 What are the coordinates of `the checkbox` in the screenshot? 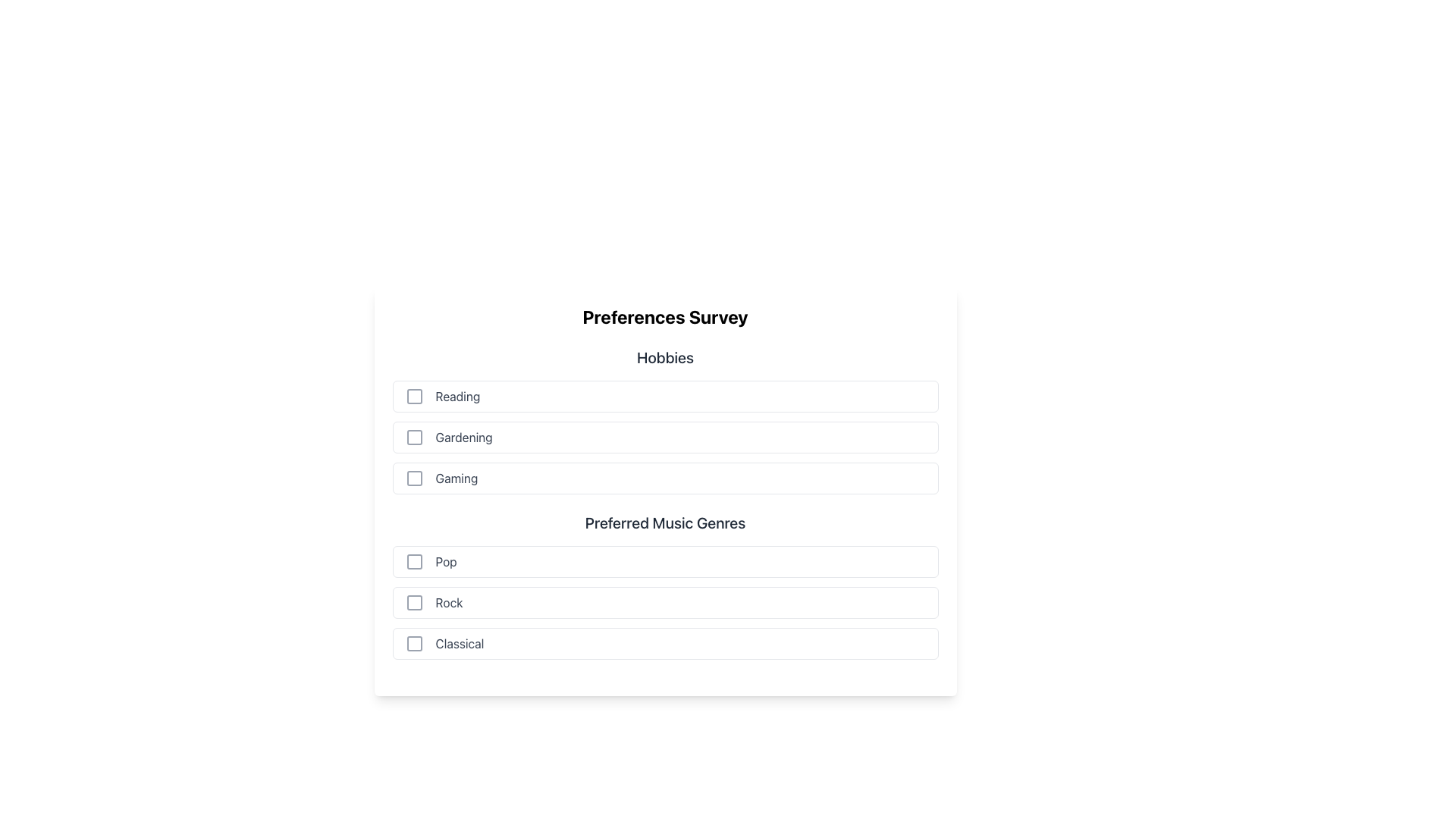 It's located at (414, 601).